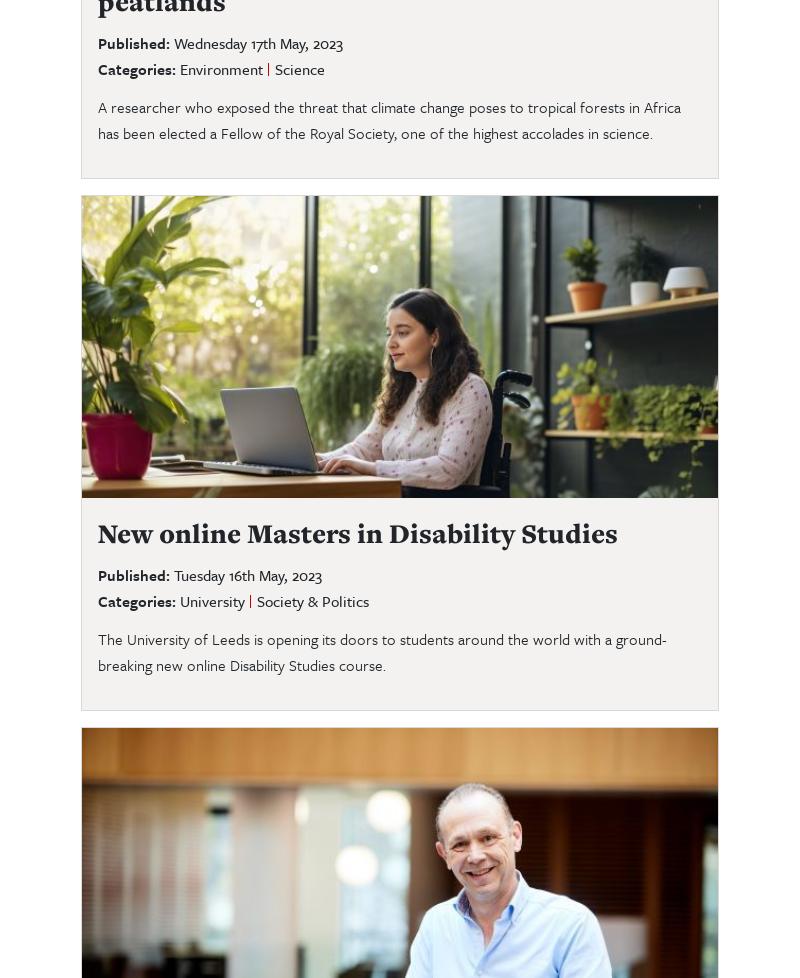 The height and width of the screenshot is (978, 800). What do you see at coordinates (247, 573) in the screenshot?
I see `'Tuesday 16th May, 2023'` at bounding box center [247, 573].